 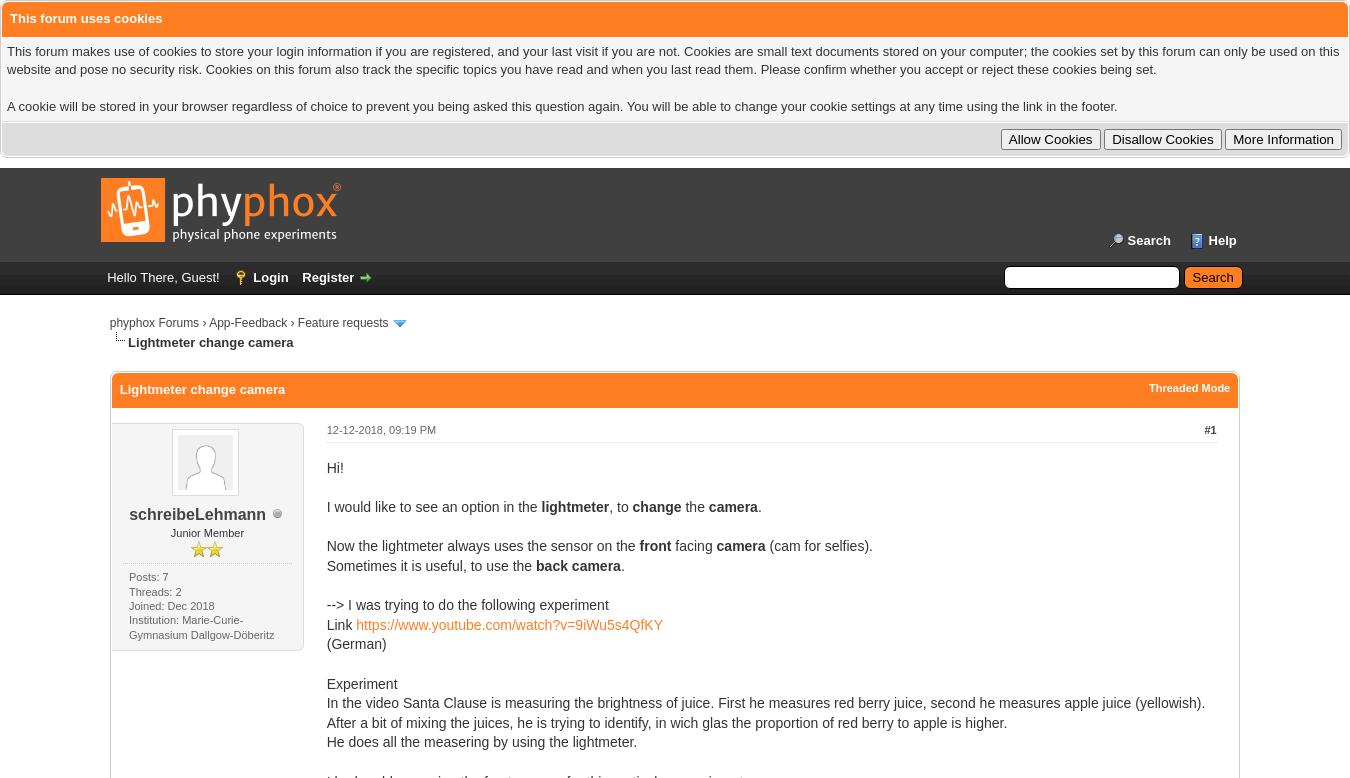 I want to click on 'phyphox Forums', so click(x=154, y=323).